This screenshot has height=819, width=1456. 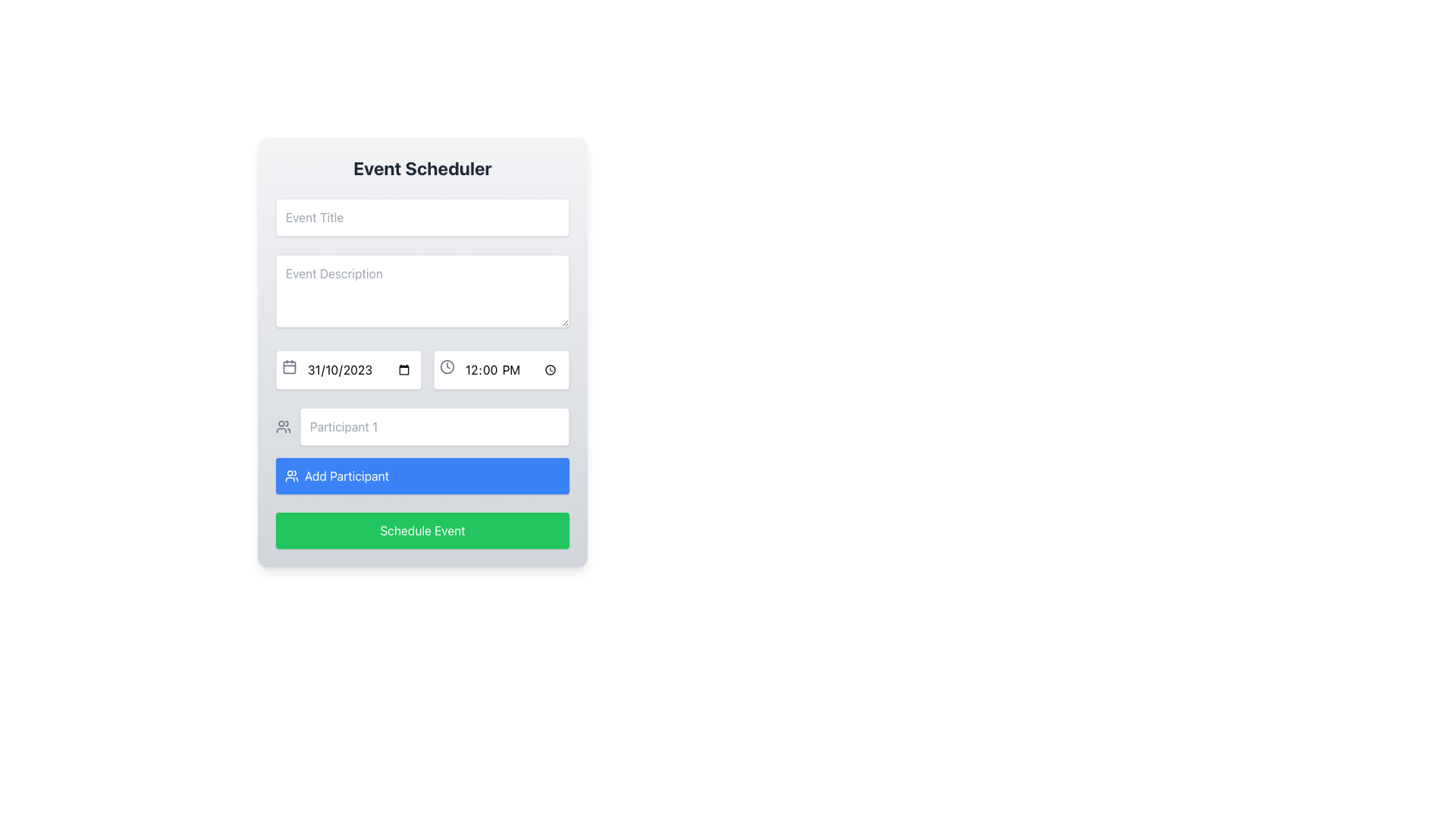 What do you see at coordinates (447, 366) in the screenshot?
I see `the circular clock icon element located on the right side of the time input field` at bounding box center [447, 366].